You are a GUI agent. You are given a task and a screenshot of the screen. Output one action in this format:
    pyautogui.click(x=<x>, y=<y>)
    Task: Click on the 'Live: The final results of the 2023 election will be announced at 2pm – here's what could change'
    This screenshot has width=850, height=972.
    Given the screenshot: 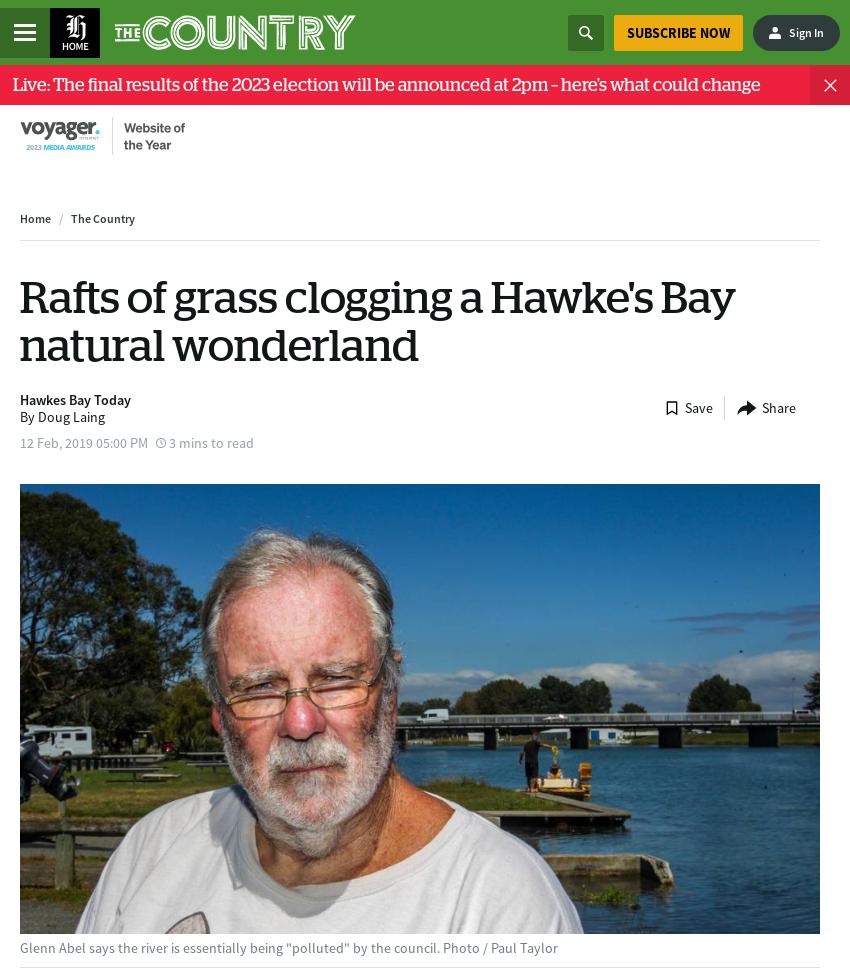 What is the action you would take?
    pyautogui.click(x=387, y=83)
    